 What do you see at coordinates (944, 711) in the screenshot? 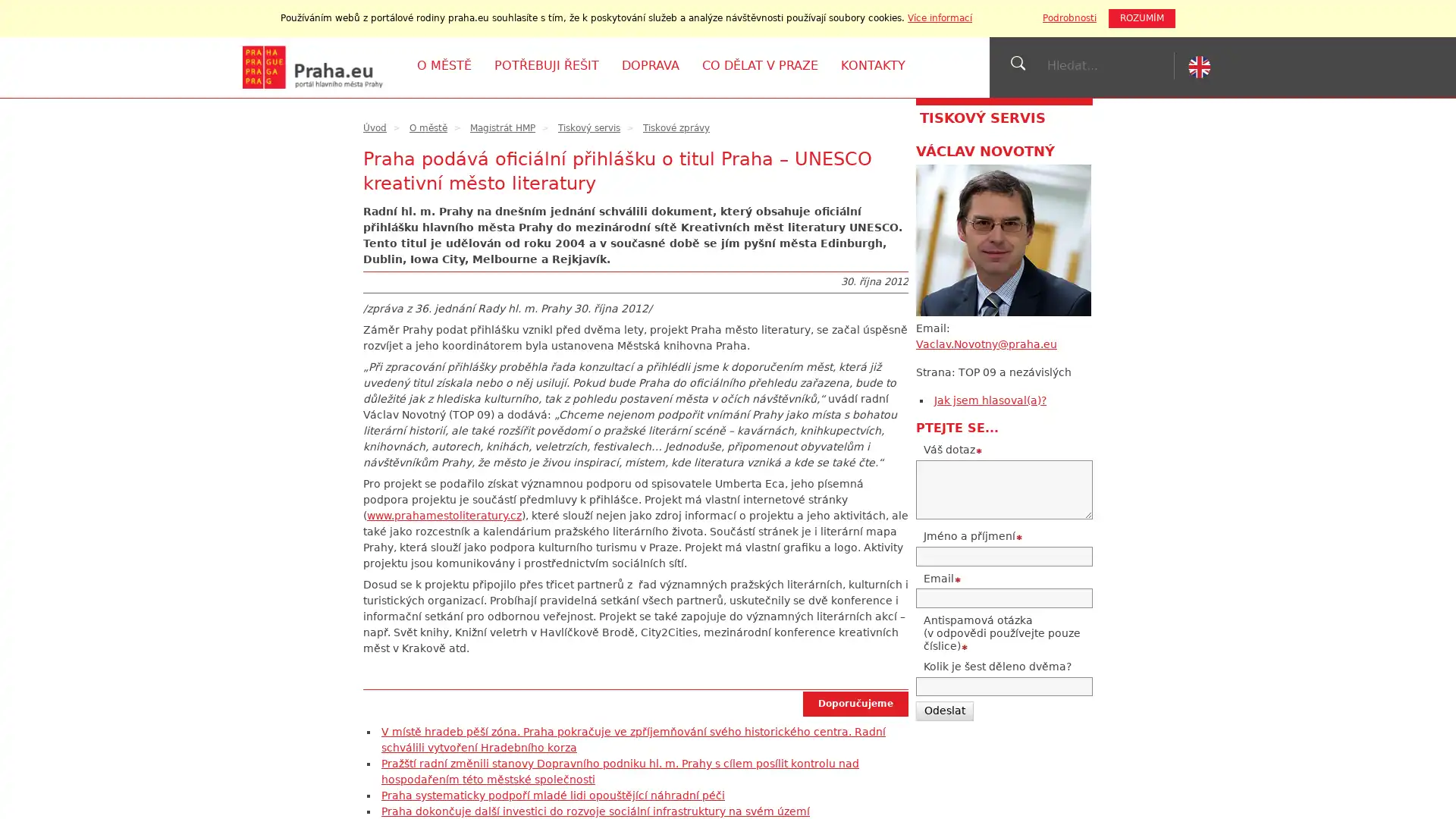
I see `Odeslat` at bounding box center [944, 711].